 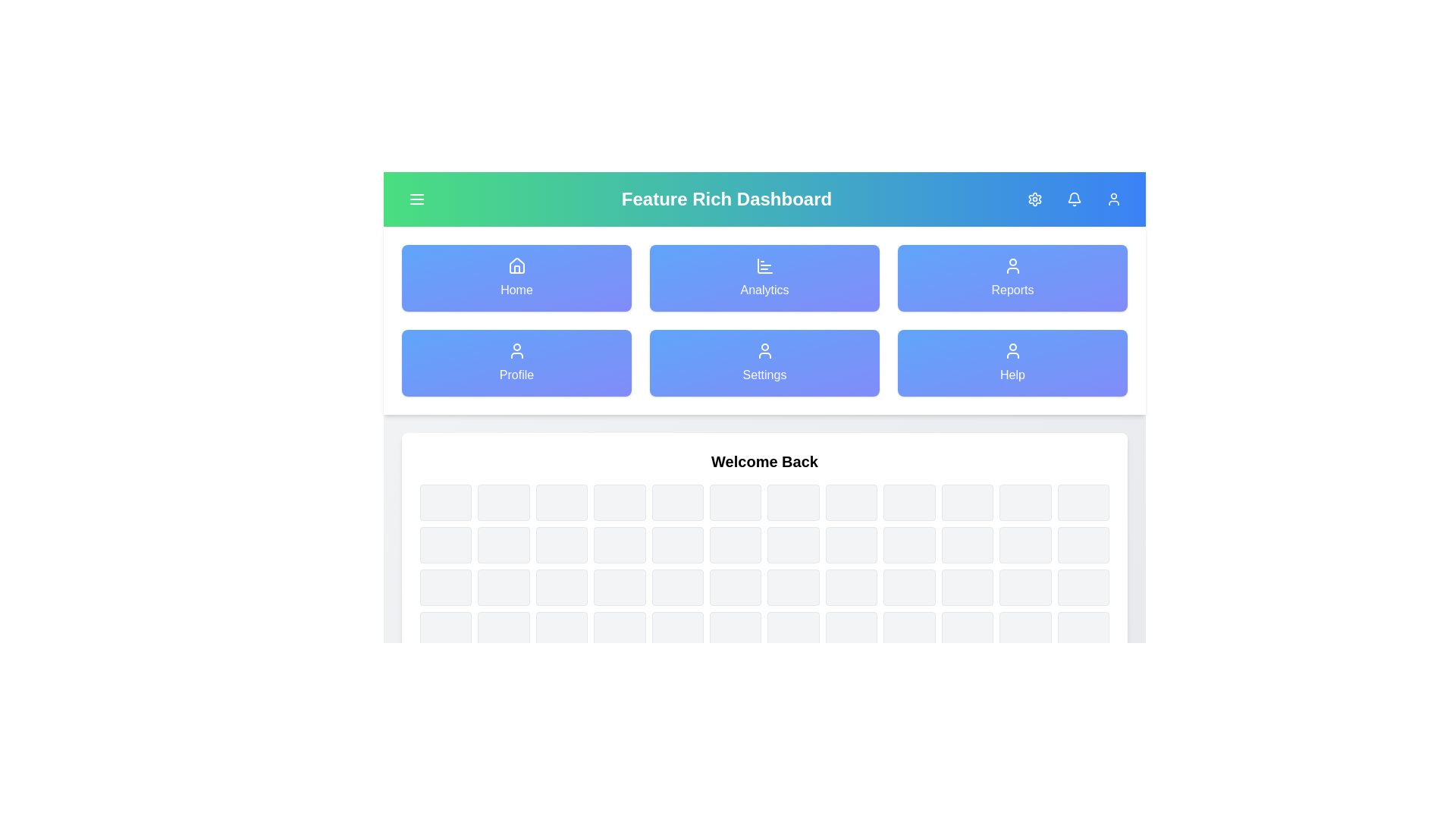 What do you see at coordinates (1073, 198) in the screenshot?
I see `'Notifications' button in the app bar` at bounding box center [1073, 198].